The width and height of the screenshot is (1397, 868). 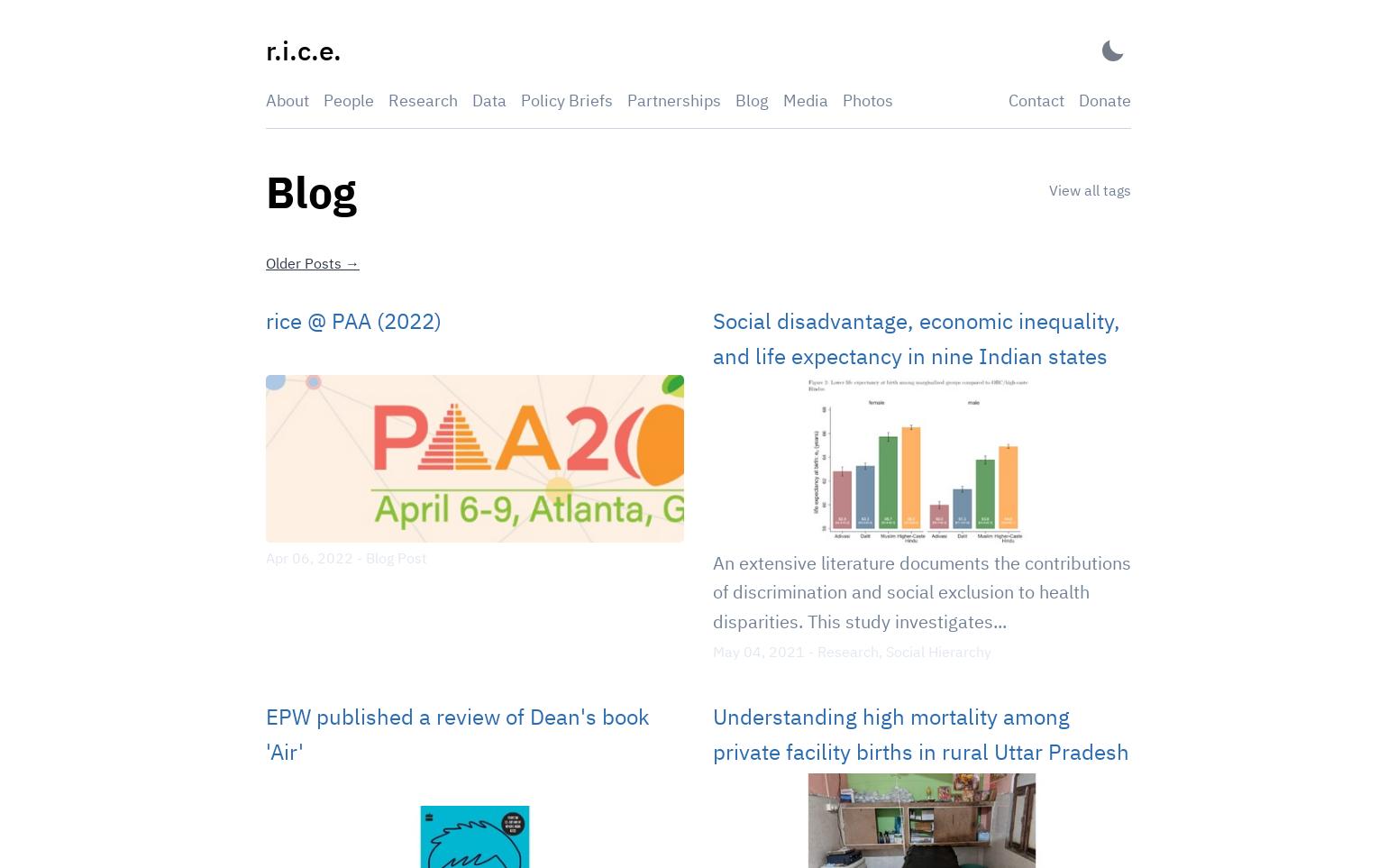 What do you see at coordinates (867, 98) in the screenshot?
I see `'Photos'` at bounding box center [867, 98].